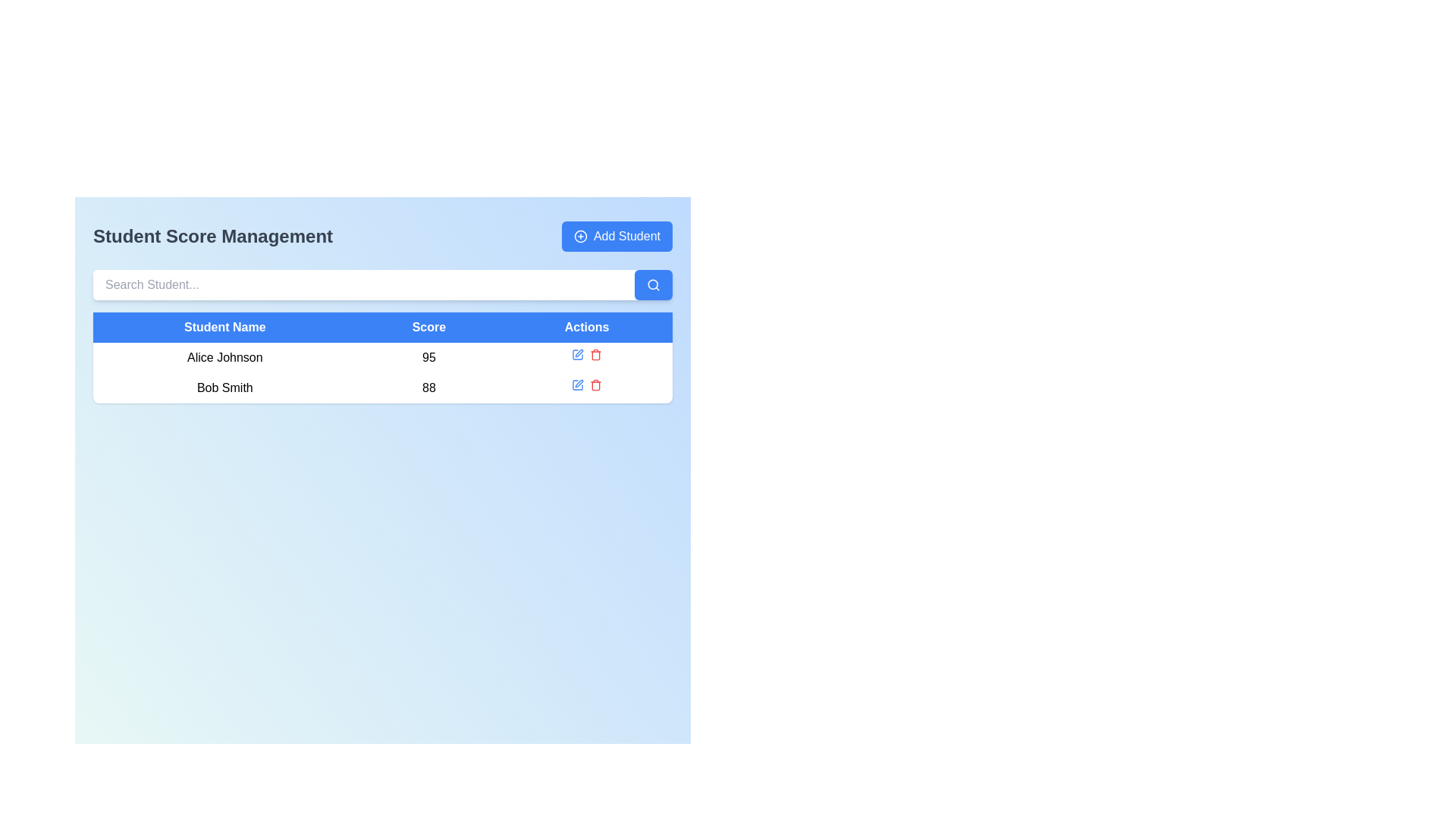 This screenshot has width=1456, height=819. I want to click on the edit icon button in the 'Actions' column of the second row of the table, so click(577, 354).